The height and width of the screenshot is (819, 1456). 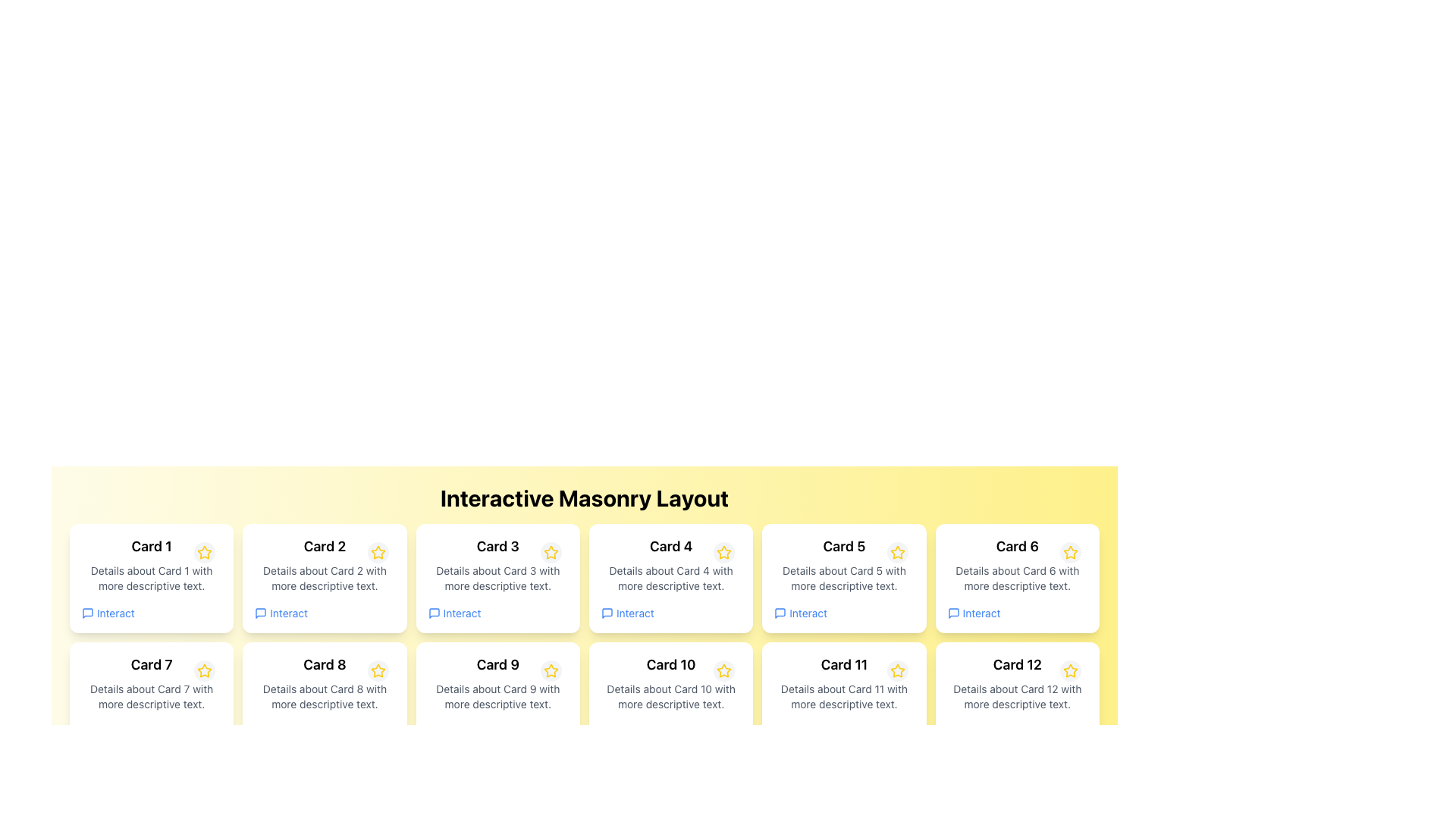 I want to click on the Text label that serves as a title for the 'Card 12' card, located at the top center of the card, above the descriptive text and to the left of the interactive star icon, so click(x=1017, y=664).